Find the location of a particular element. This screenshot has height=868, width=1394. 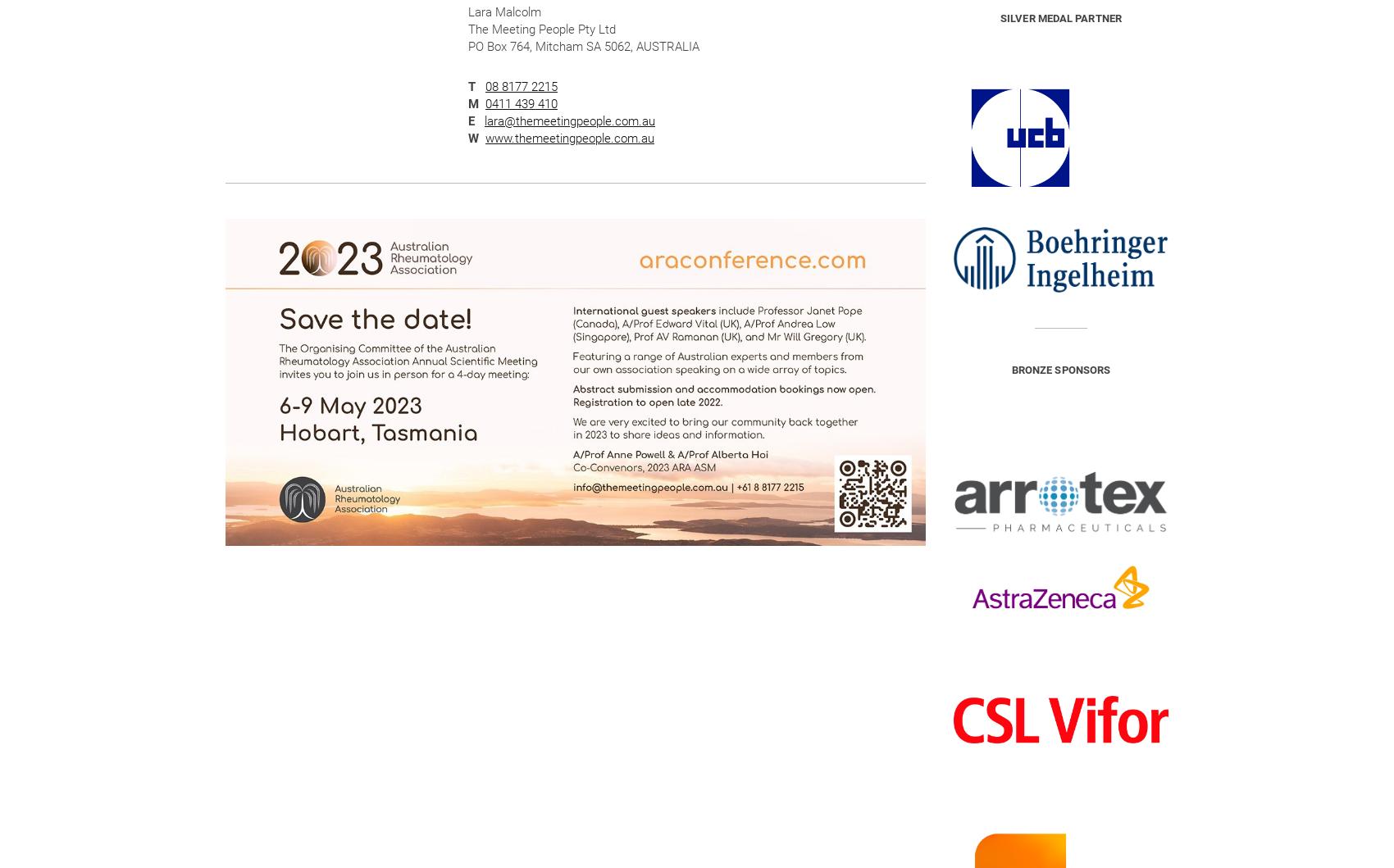

'lara@themeetingpeople.com.au' is located at coordinates (568, 120).